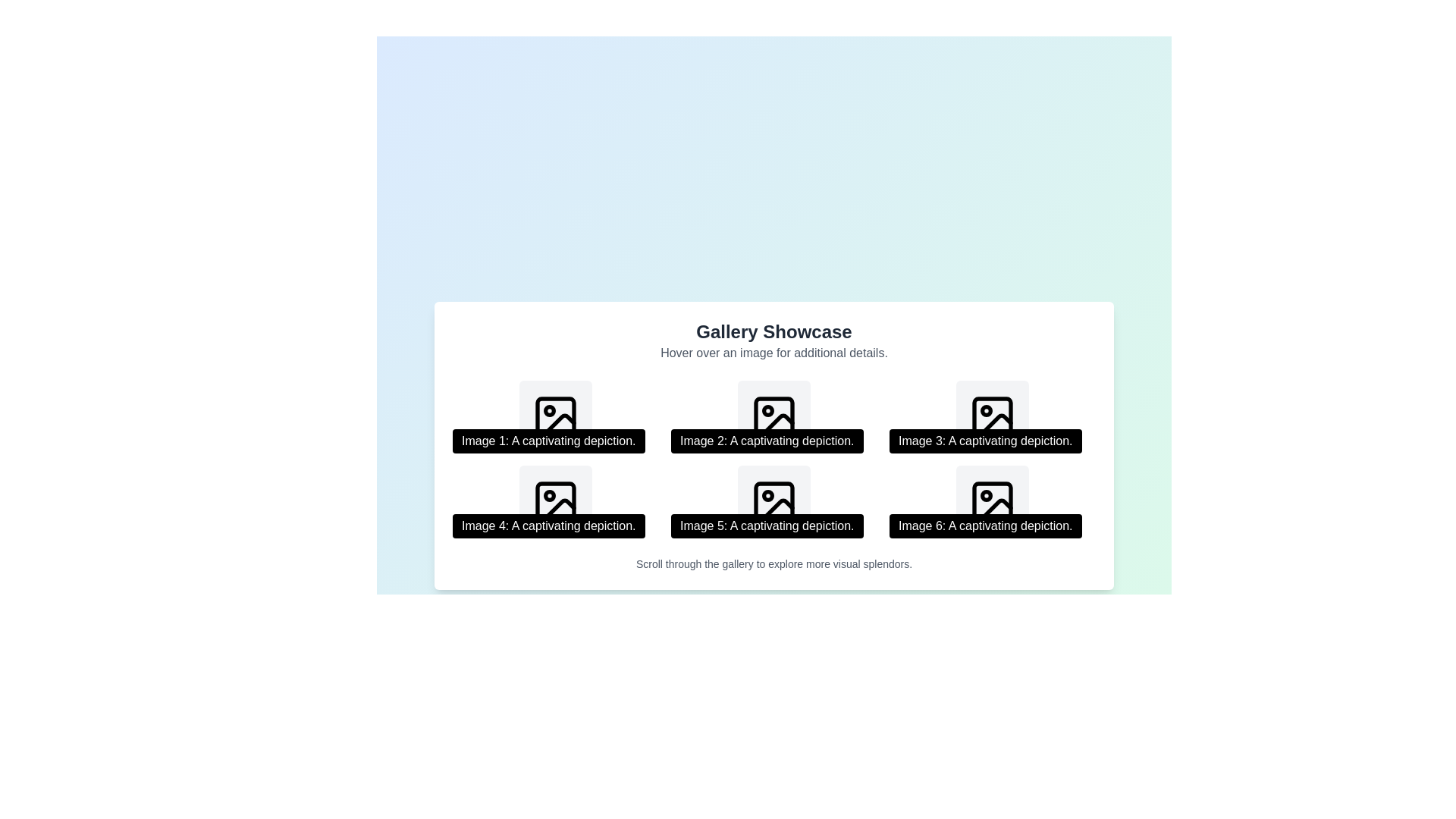  What do you see at coordinates (777, 425) in the screenshot?
I see `the triangular vector graphic that resembles a mountain, located in the lower right corner of the 'Image 2: A captivating depiction' SVG icon` at bounding box center [777, 425].